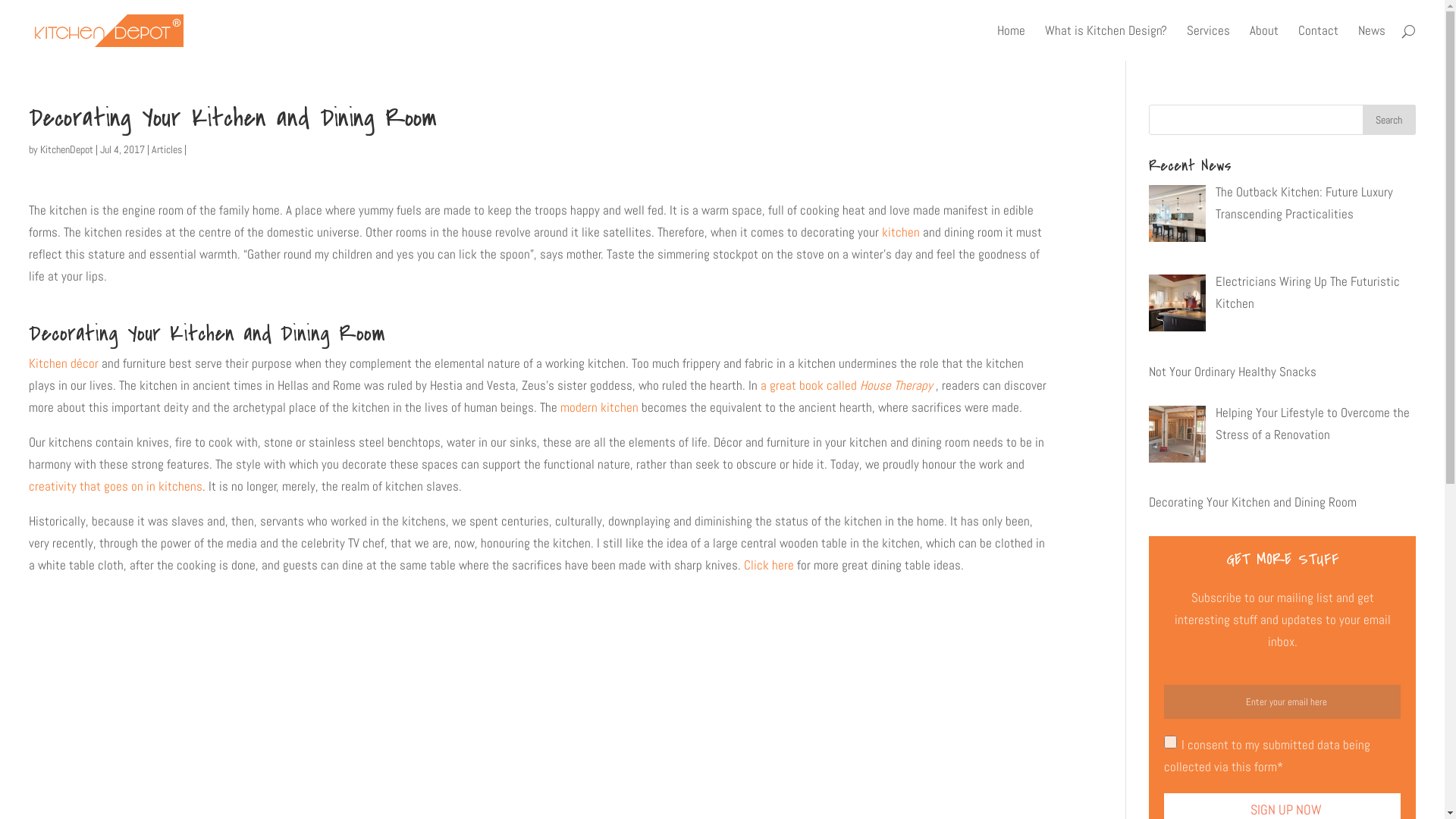  Describe the element at coordinates (743, 564) in the screenshot. I see `'Click here'` at that location.